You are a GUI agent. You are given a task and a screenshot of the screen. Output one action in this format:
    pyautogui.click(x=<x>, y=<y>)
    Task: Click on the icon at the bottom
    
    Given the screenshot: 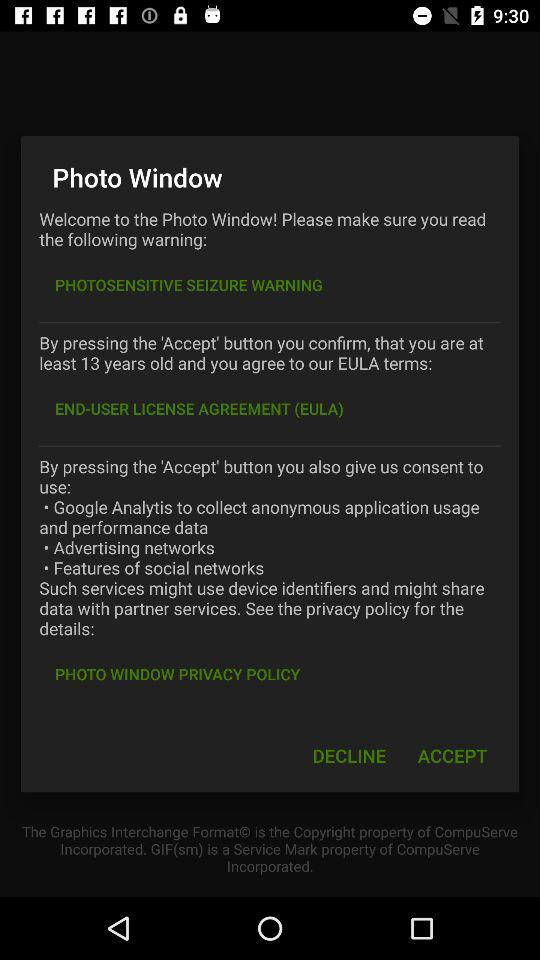 What is the action you would take?
    pyautogui.click(x=348, y=754)
    